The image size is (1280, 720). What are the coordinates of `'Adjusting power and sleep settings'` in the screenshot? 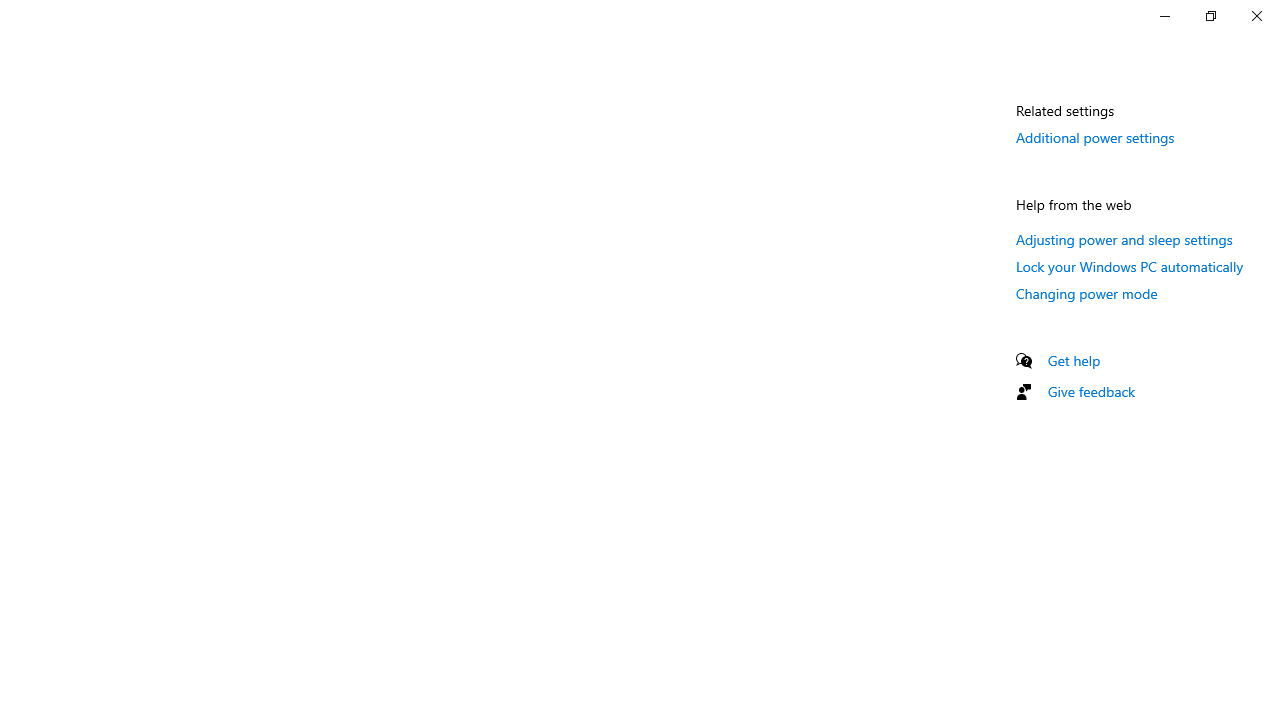 It's located at (1124, 238).